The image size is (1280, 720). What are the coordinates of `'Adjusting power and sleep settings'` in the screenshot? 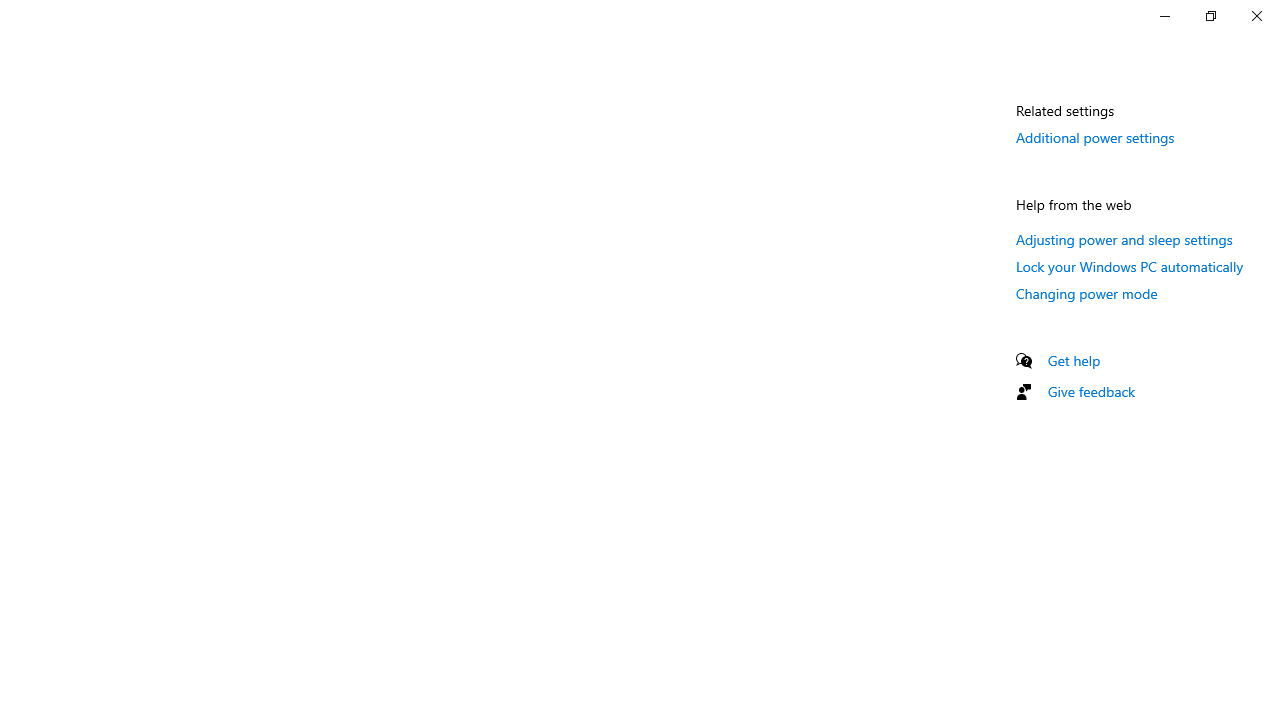 It's located at (1124, 238).